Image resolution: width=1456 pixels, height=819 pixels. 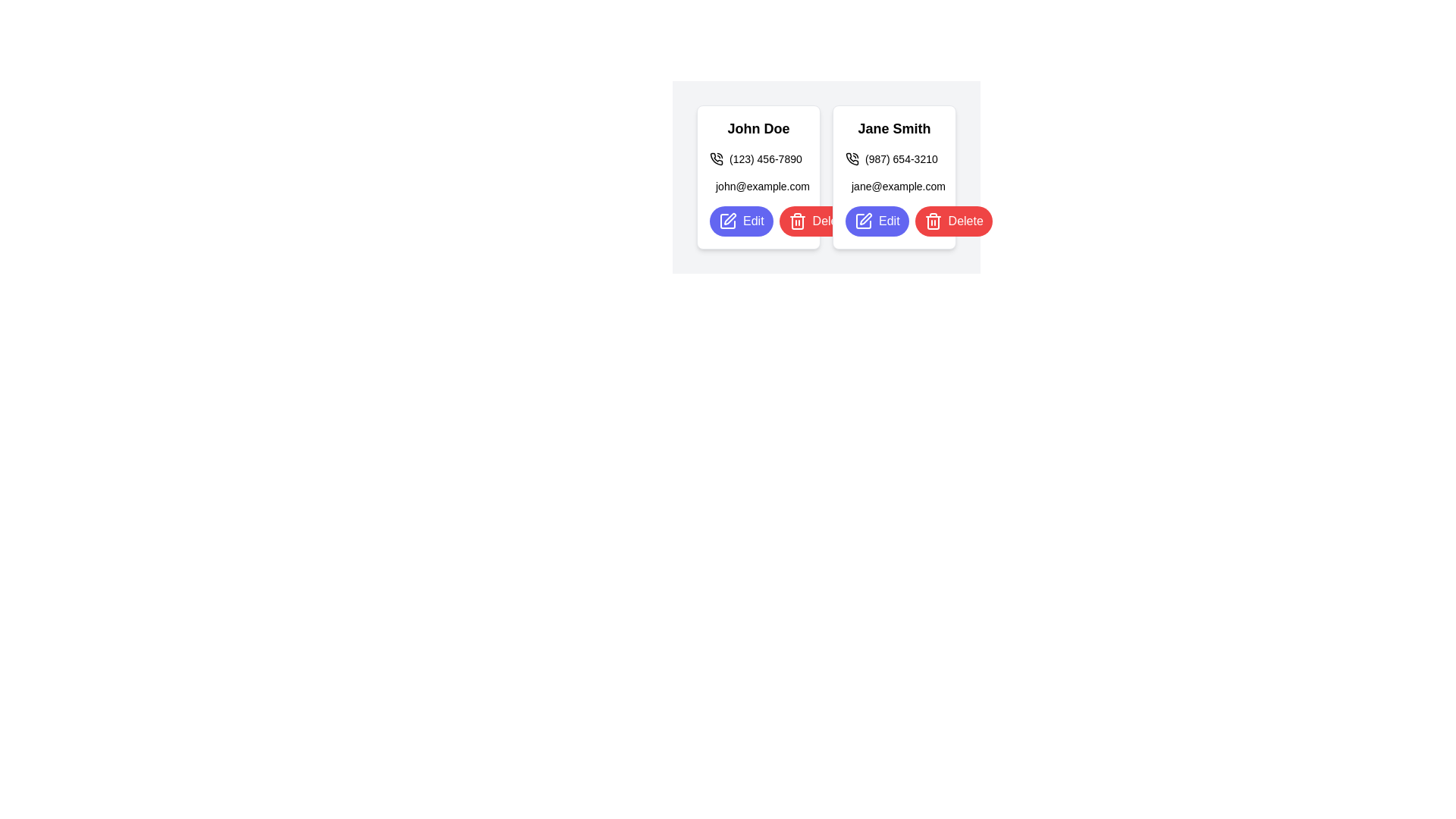 What do you see at coordinates (758, 127) in the screenshot?
I see `the Text Label displaying 'John Doe', which is located at the top of a card-like structure on the left-hand side of a two-card layout` at bounding box center [758, 127].